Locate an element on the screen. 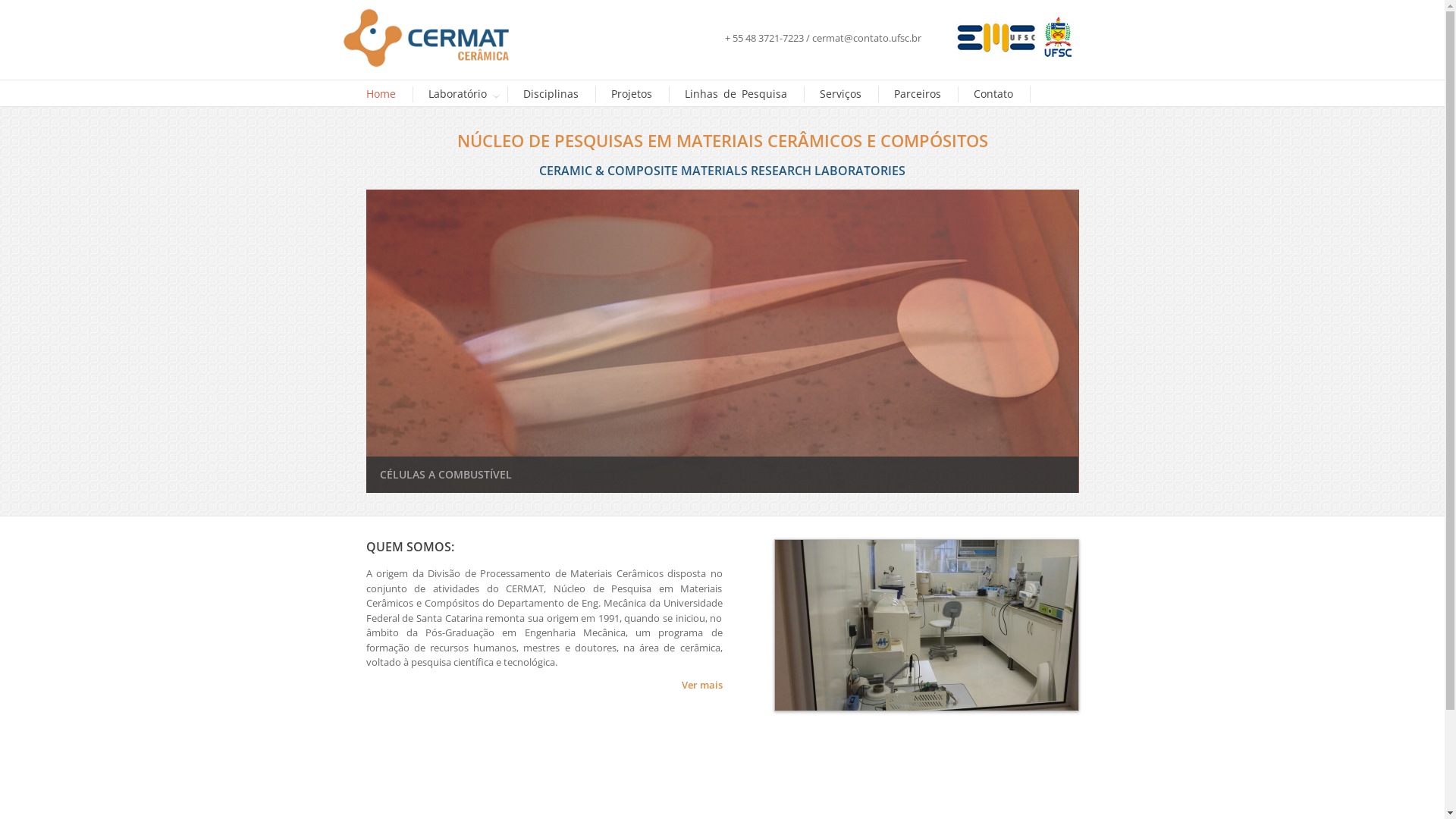 The image size is (1456, 819). 'Disciplinas' is located at coordinates (550, 93).